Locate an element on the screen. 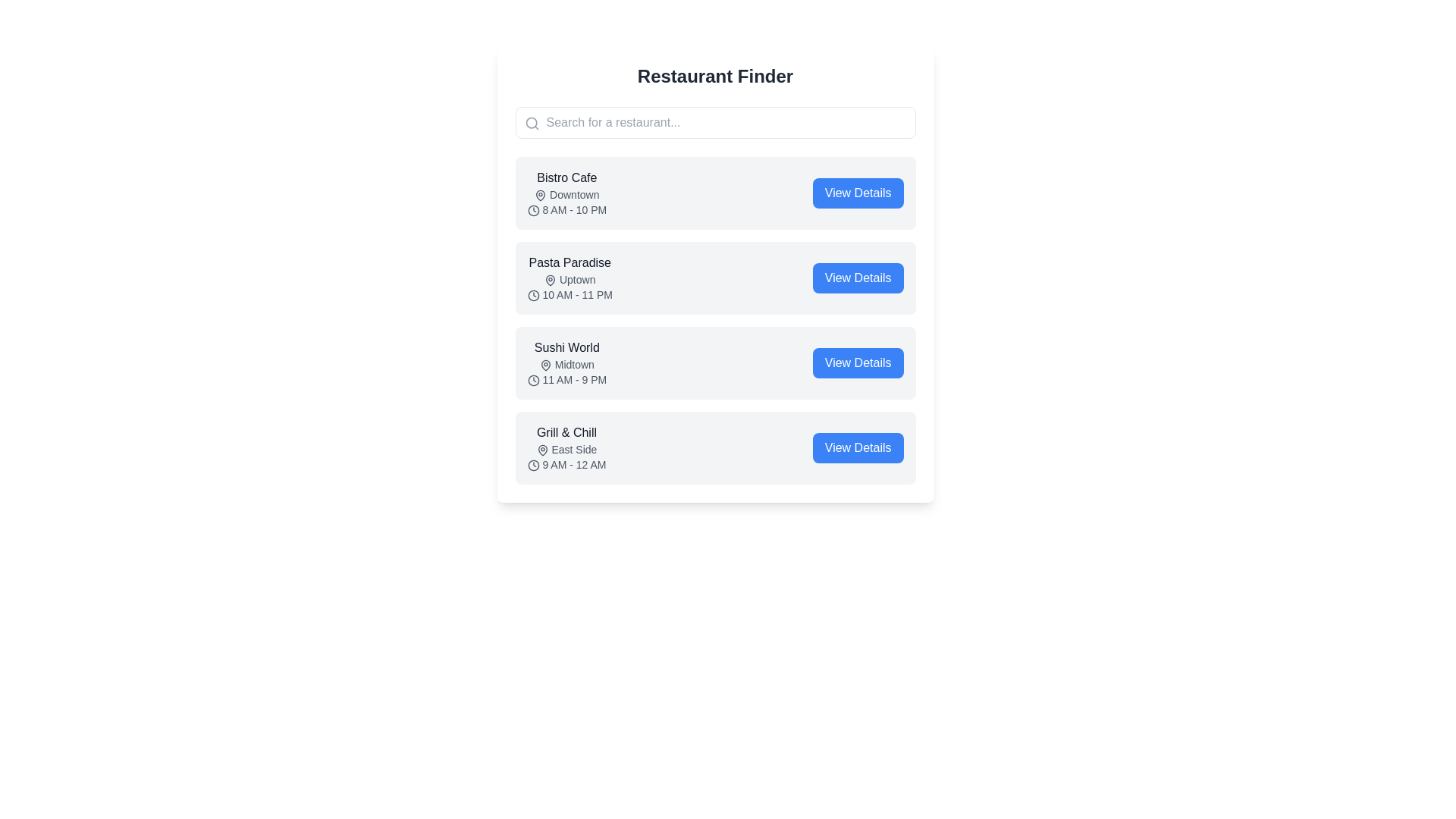  the graphical clock decoration icon associated with 'Pasta Paradise' in the second row of the restaurant list is located at coordinates (533, 296).